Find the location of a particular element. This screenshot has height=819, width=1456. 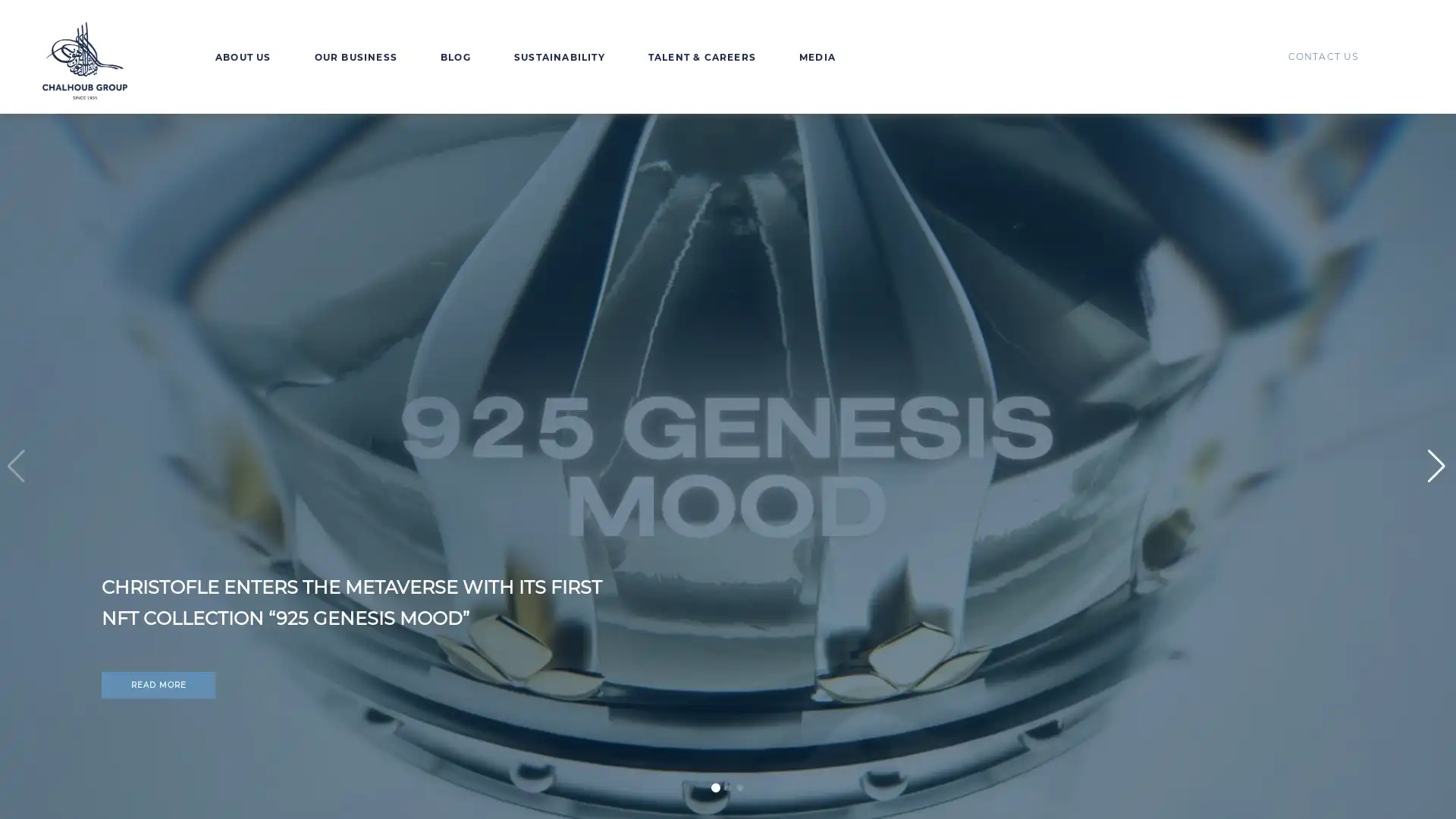

Previous slide is located at coordinates (17, 465).